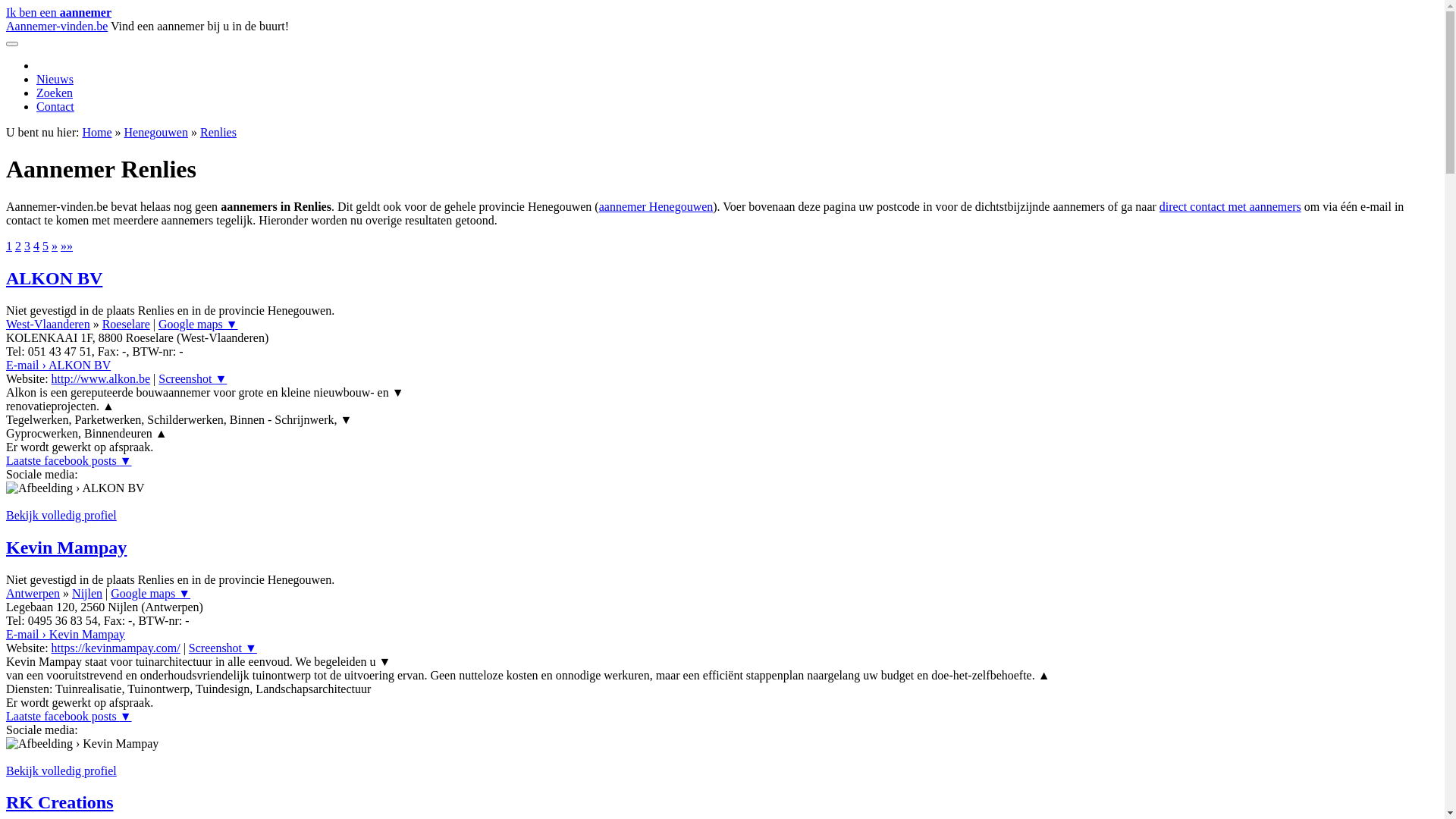 The height and width of the screenshot is (819, 1456). Describe the element at coordinates (55, 79) in the screenshot. I see `'Nieuws'` at that location.